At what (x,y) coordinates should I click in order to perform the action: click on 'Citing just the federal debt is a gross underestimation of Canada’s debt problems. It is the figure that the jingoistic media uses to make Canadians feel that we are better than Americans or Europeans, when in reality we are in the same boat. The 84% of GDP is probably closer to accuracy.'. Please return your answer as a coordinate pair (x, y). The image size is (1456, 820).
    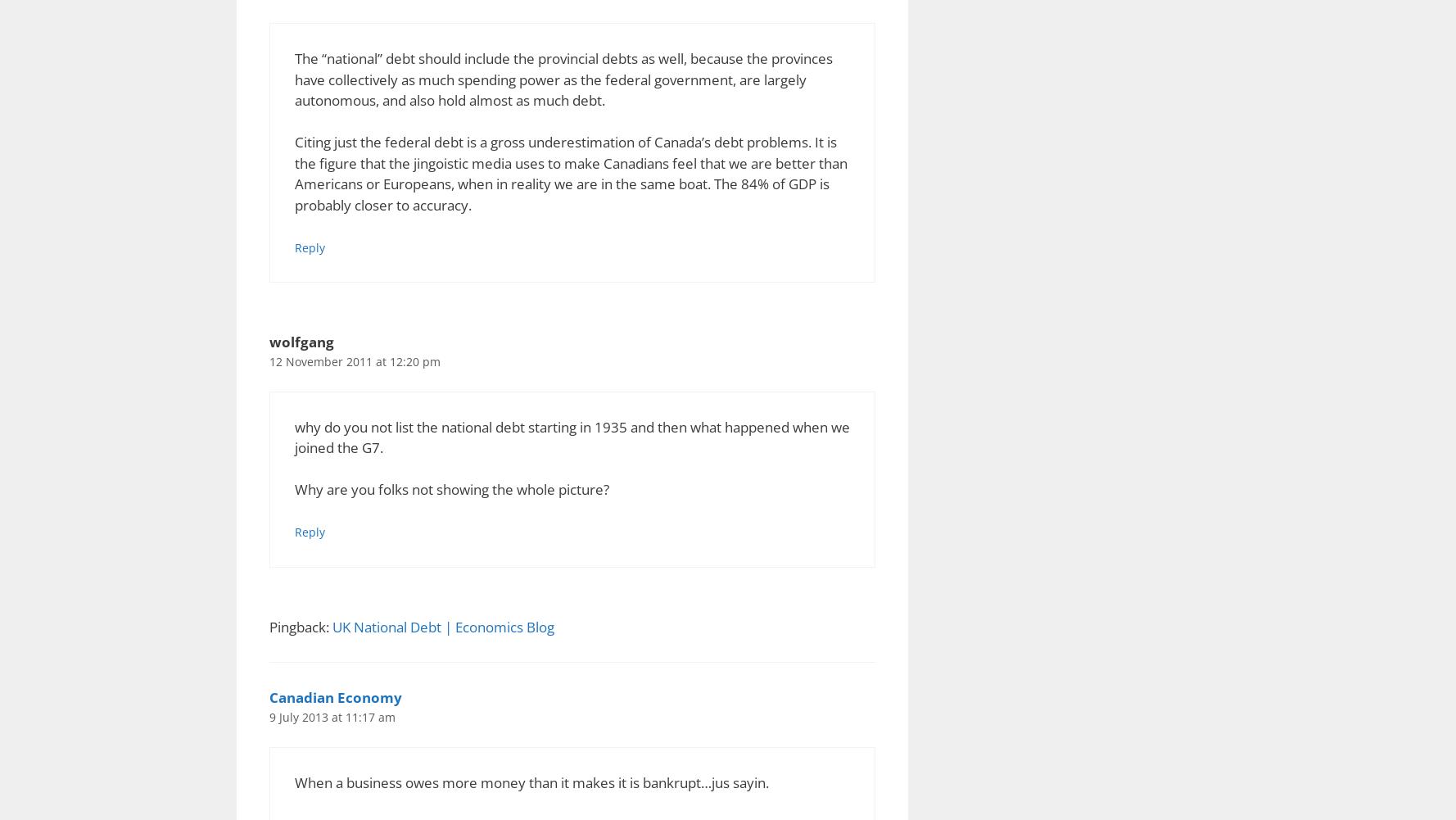
    Looking at the image, I should click on (571, 173).